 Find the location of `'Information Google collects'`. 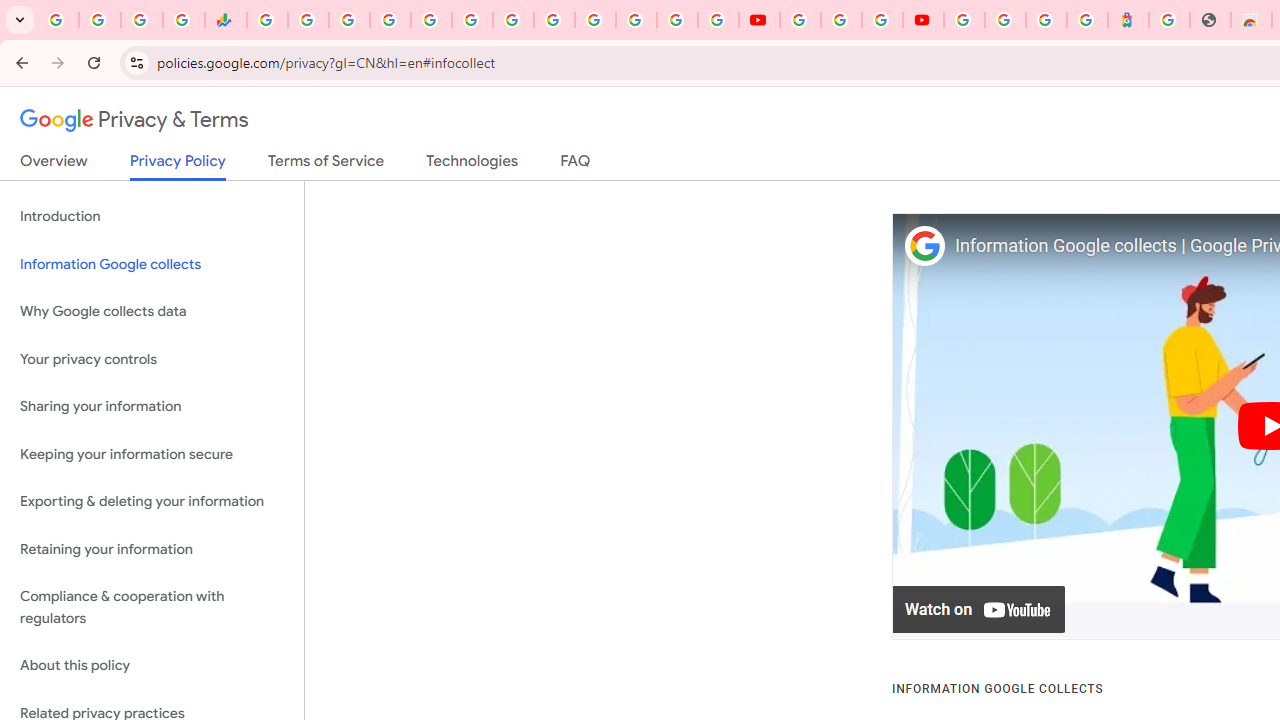

'Information Google collects' is located at coordinates (151, 263).